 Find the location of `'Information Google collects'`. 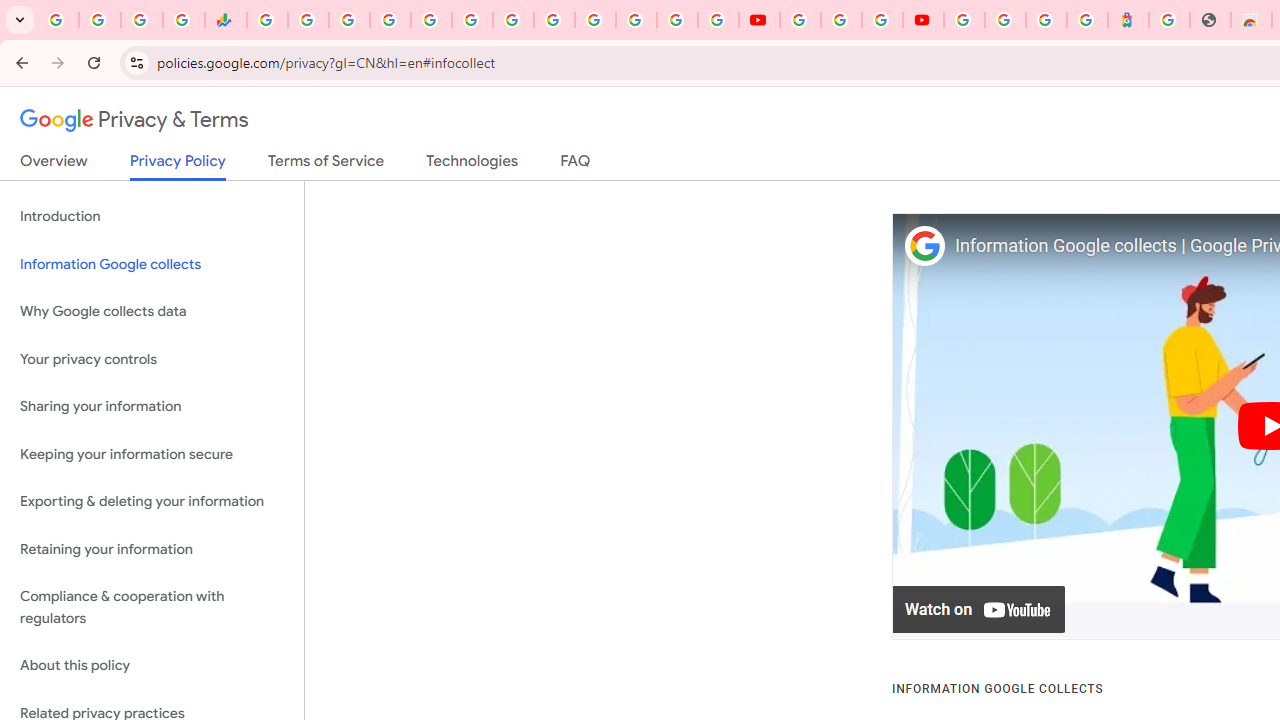

'Information Google collects' is located at coordinates (151, 263).